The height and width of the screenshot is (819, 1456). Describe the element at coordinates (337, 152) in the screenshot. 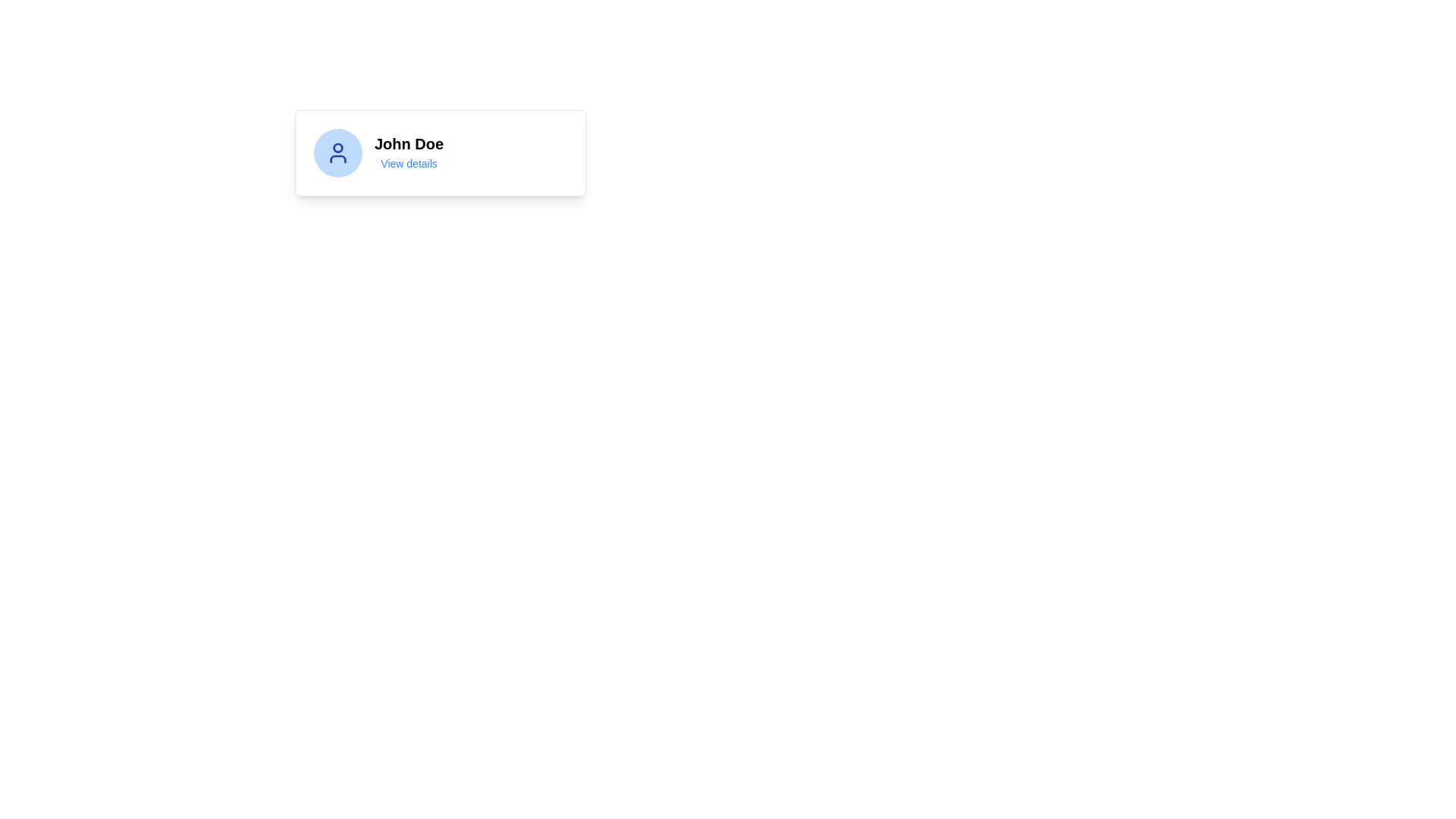

I see `the decorative user icon located to the left of 'John Doe' text and 'View details' link` at that location.